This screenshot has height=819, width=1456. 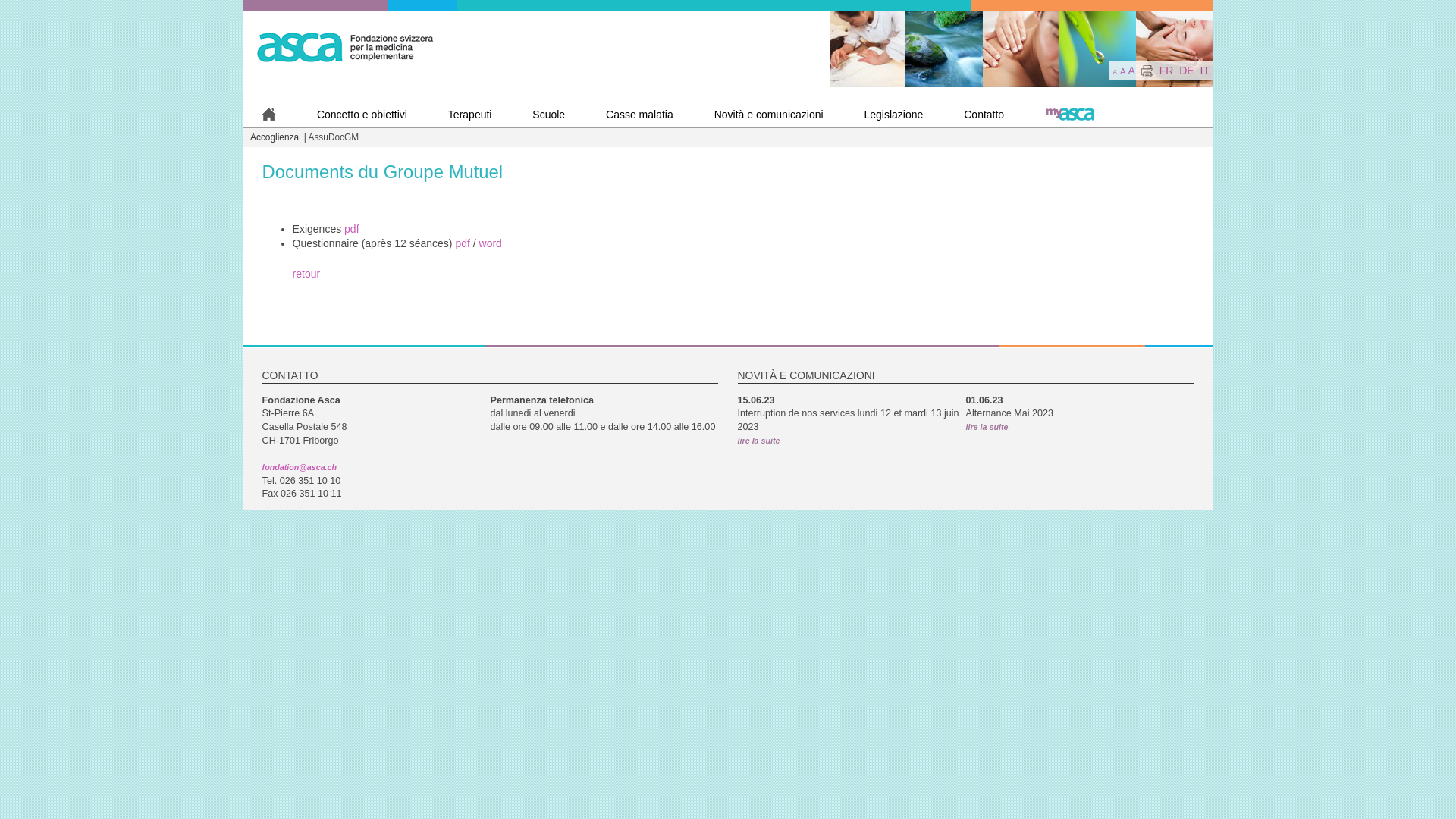 I want to click on 'IT', so click(x=1203, y=70).